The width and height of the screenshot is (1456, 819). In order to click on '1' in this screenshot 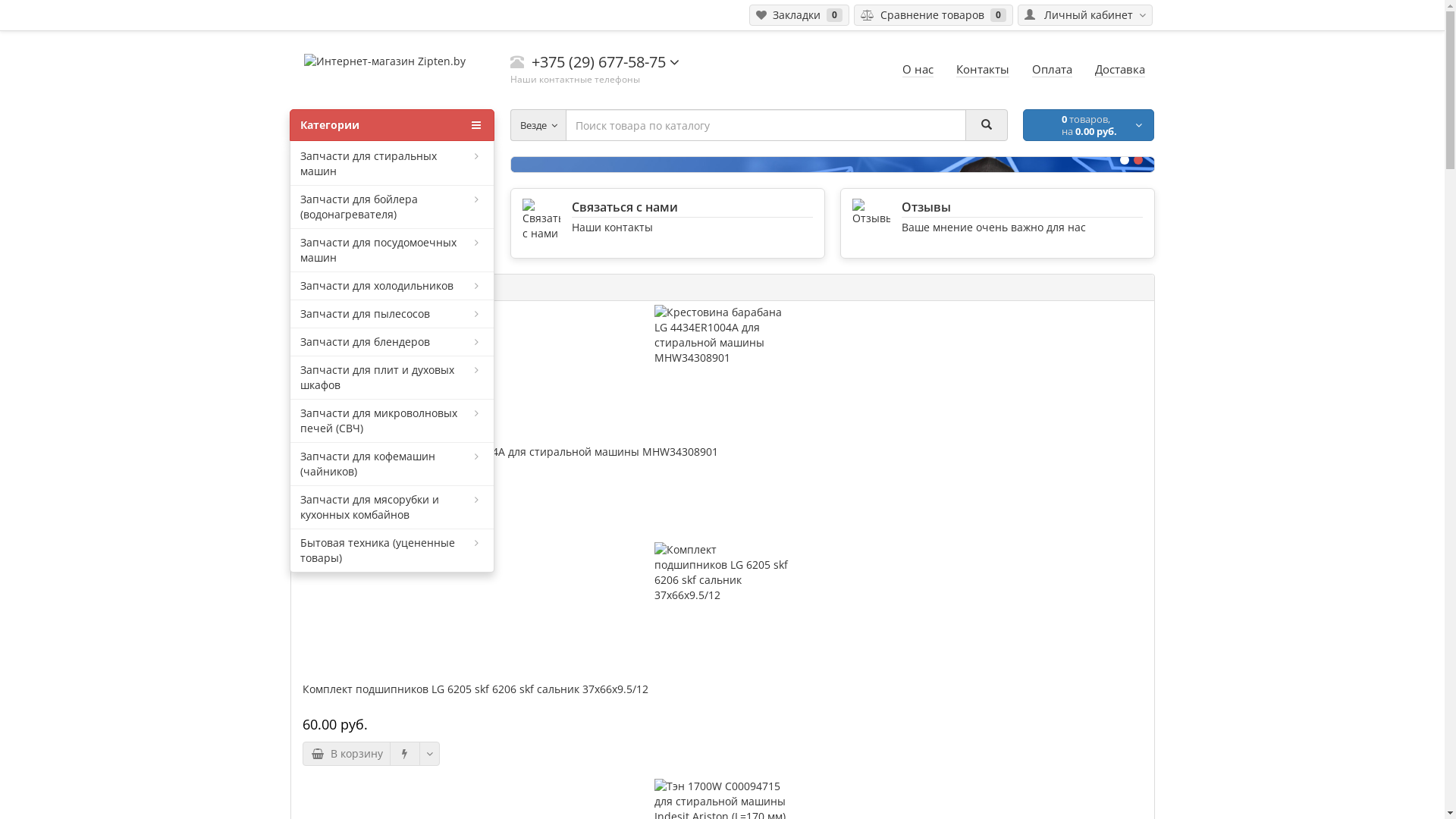, I will do `click(1124, 160)`.